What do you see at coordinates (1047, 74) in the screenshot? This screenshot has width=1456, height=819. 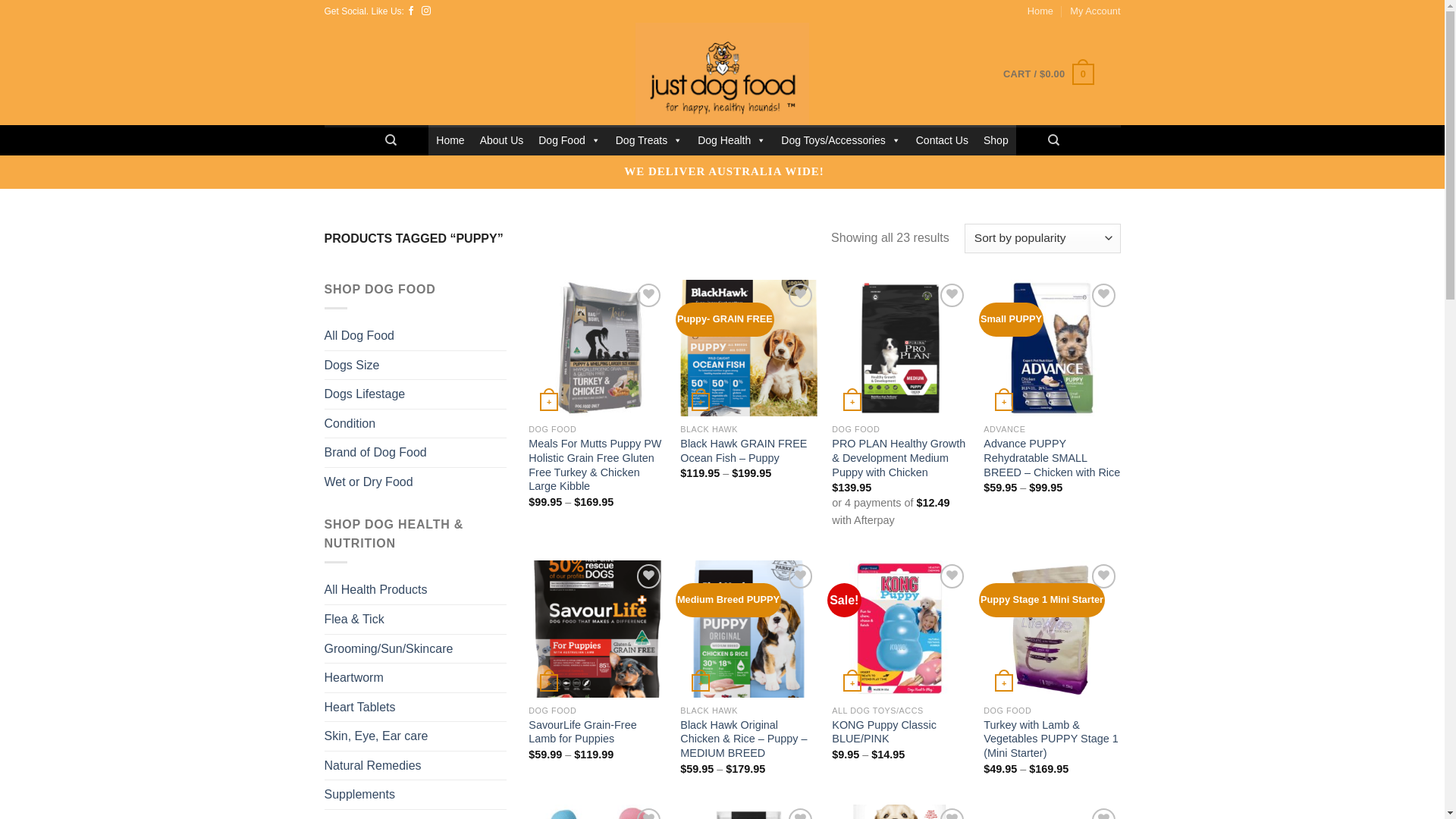 I see `'CART / $0.00` at bounding box center [1047, 74].